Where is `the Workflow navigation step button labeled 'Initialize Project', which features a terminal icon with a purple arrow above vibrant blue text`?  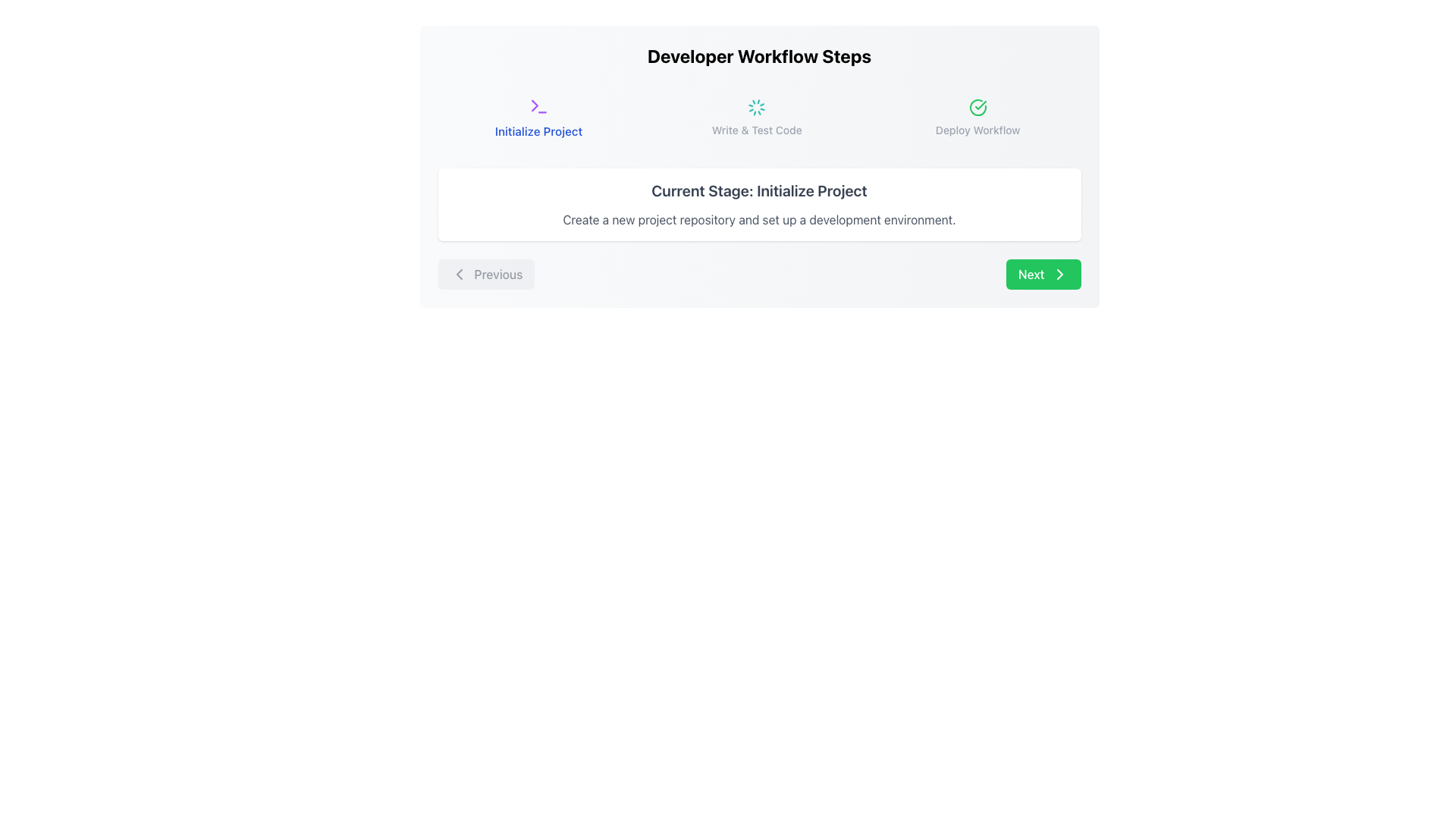
the Workflow navigation step button labeled 'Initialize Project', which features a terminal icon with a purple arrow above vibrant blue text is located at coordinates (538, 117).